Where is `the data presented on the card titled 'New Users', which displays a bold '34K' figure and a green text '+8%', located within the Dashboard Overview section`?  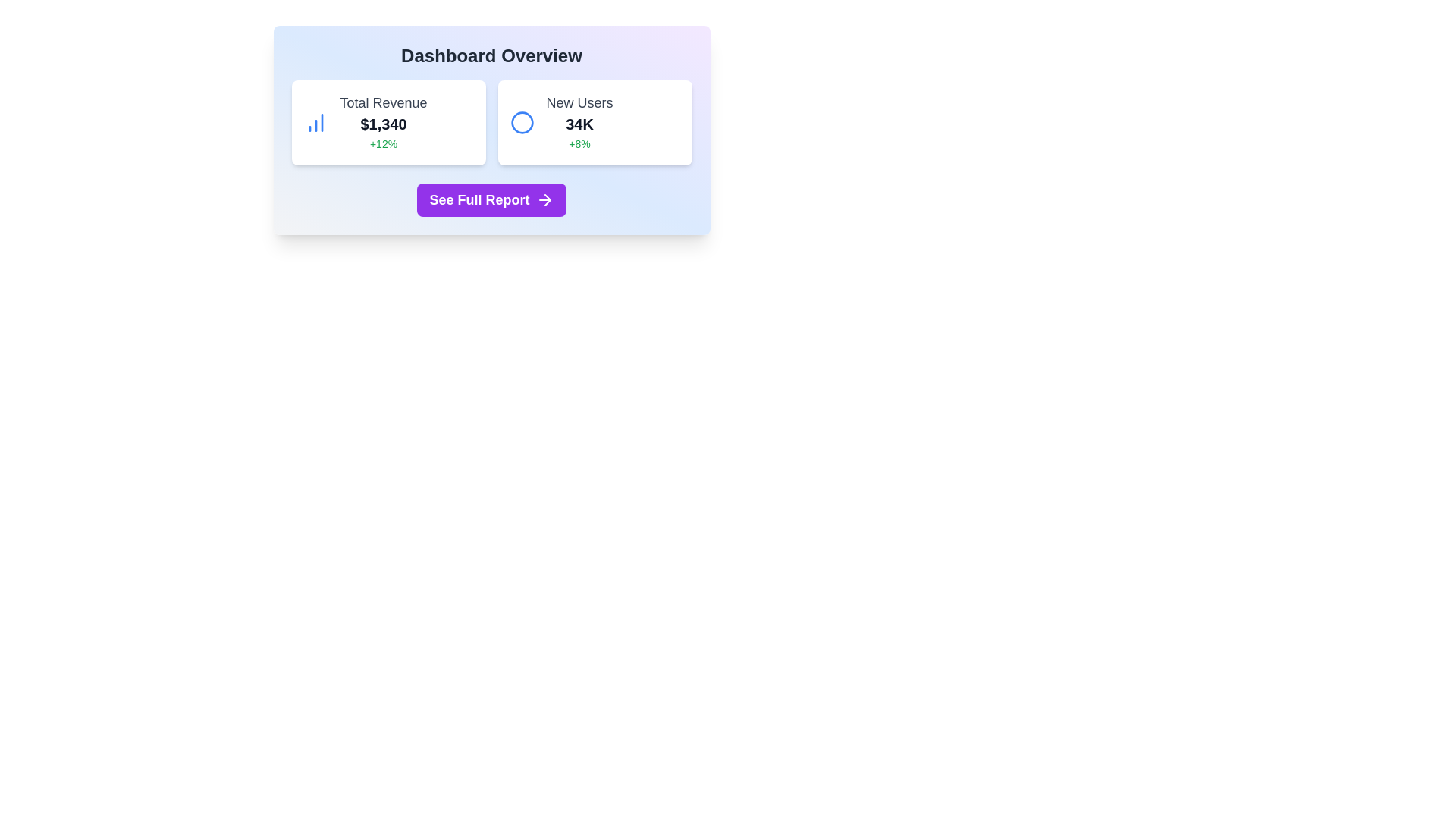
the data presented on the card titled 'New Users', which displays a bold '34K' figure and a green text '+8%', located within the Dashboard Overview section is located at coordinates (594, 122).